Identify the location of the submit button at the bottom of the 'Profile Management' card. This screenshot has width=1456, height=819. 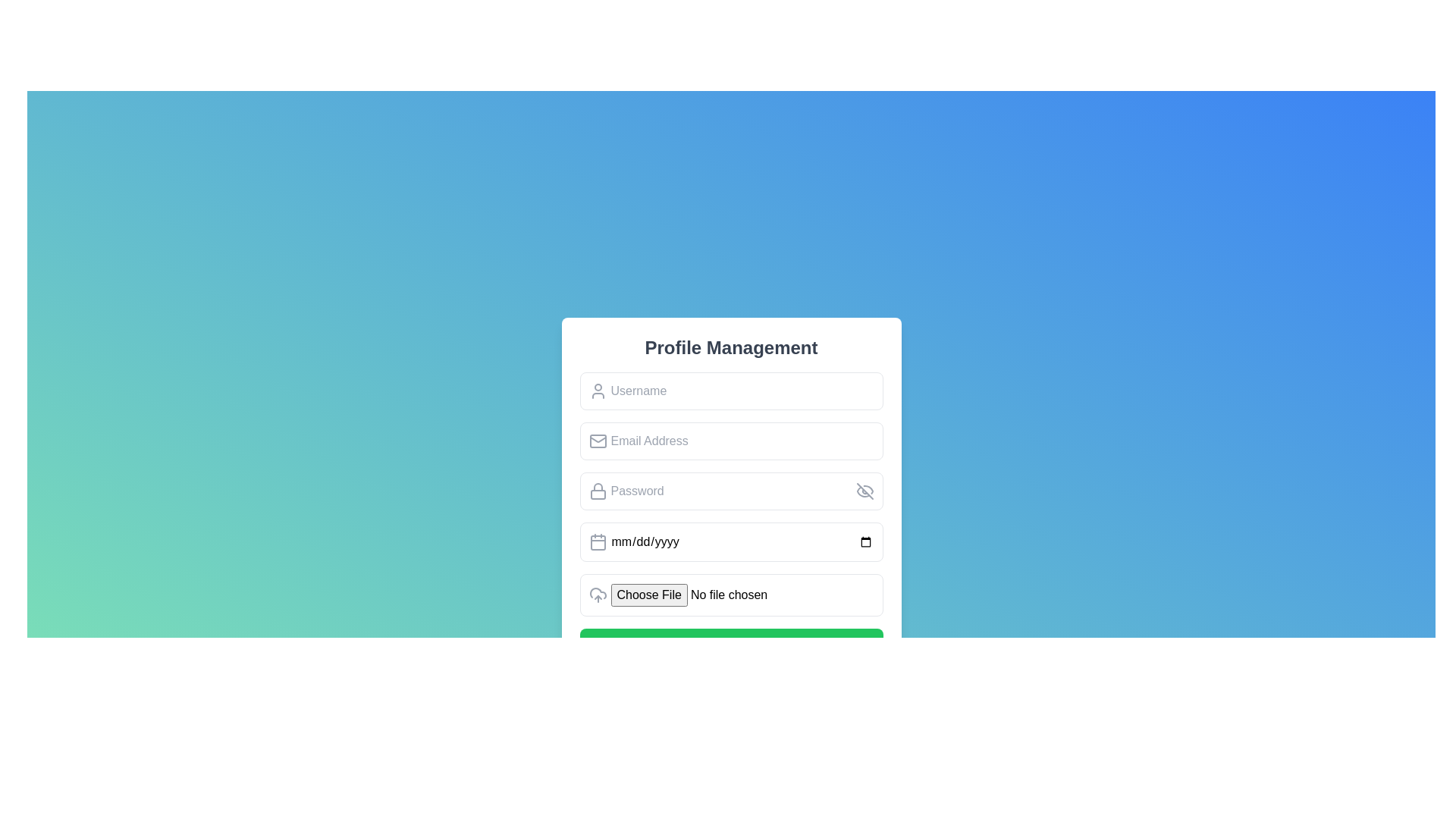
(731, 646).